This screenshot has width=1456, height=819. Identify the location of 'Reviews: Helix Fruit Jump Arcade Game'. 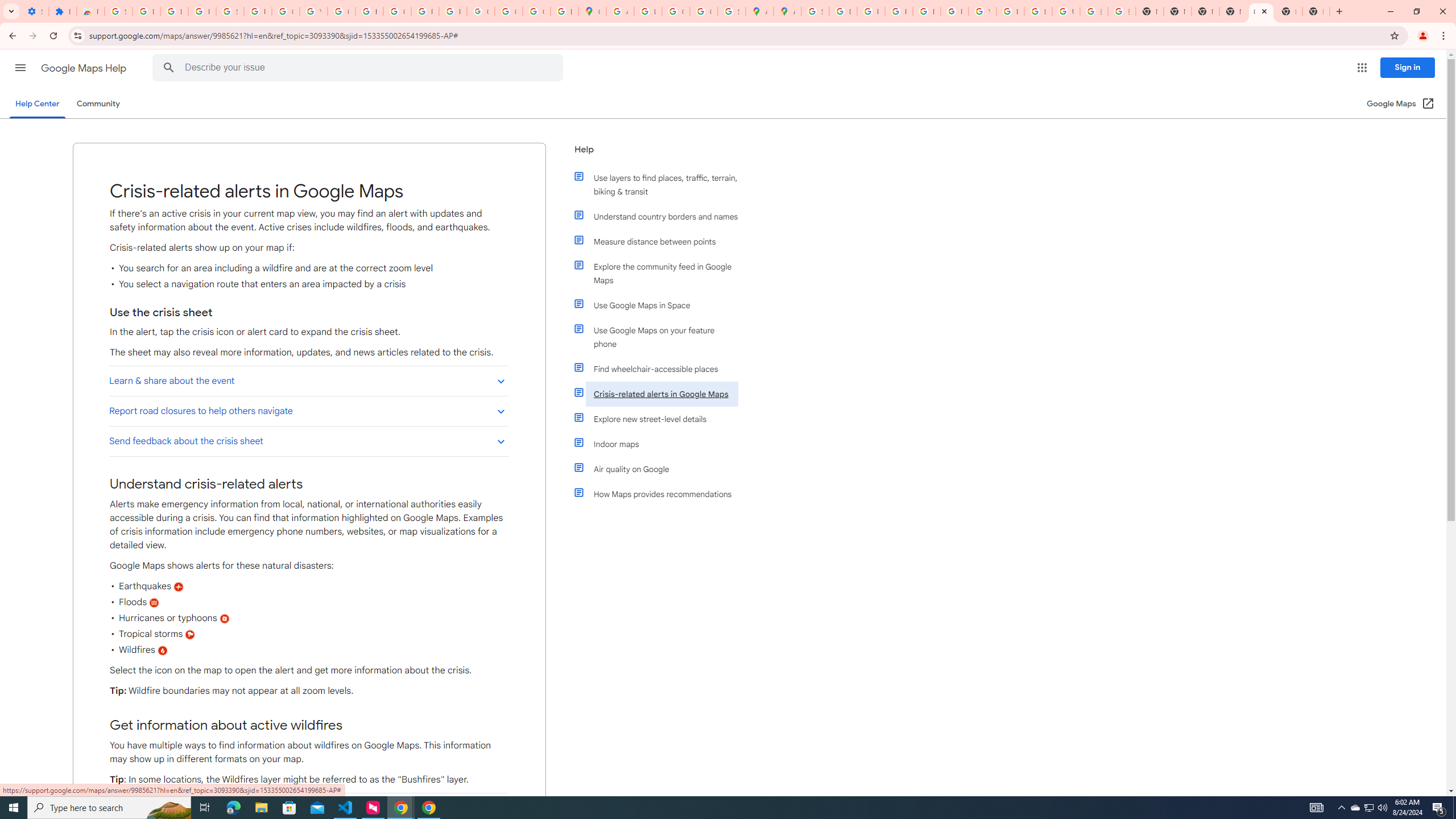
(90, 11).